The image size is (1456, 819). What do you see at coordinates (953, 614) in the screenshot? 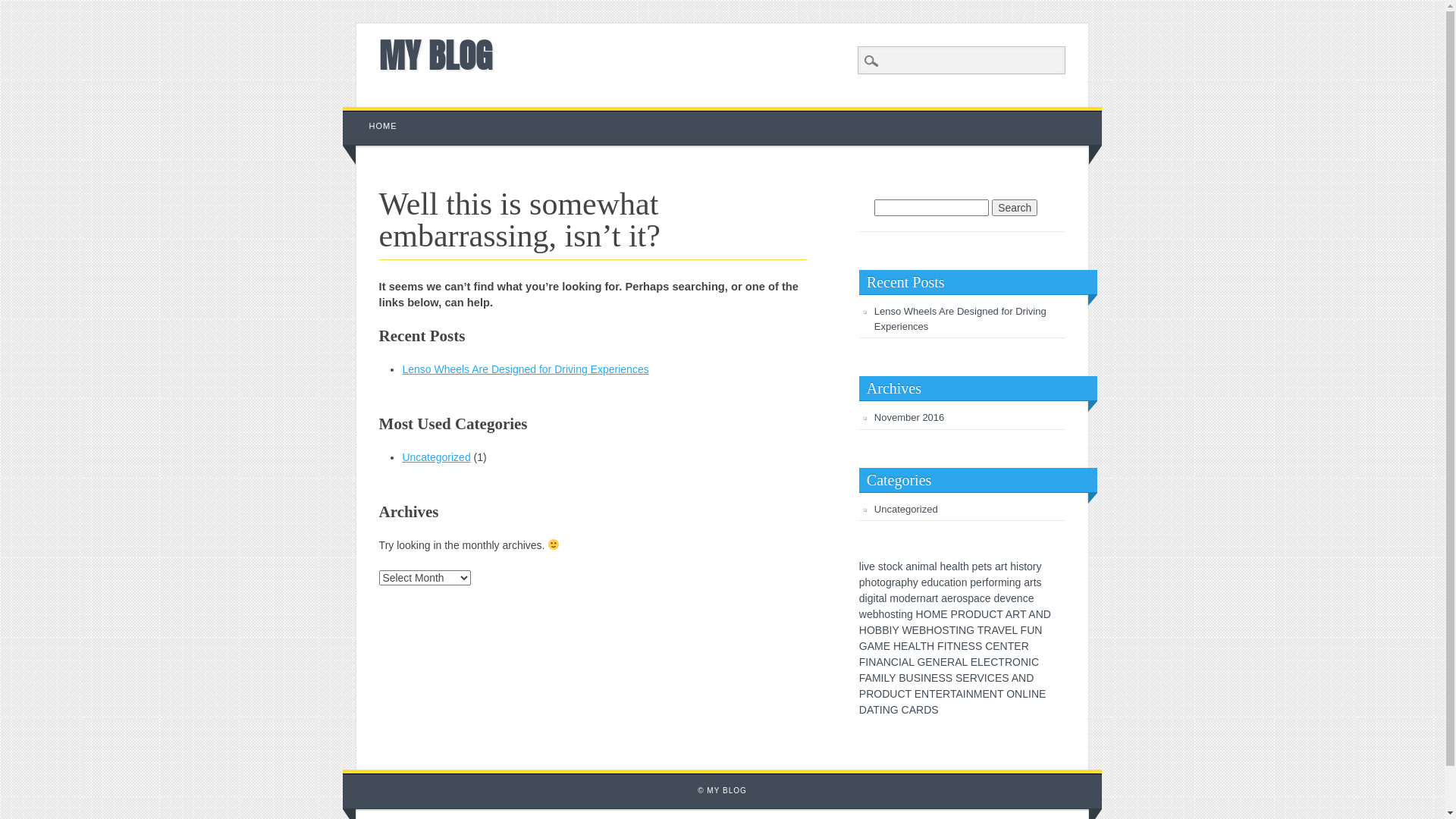
I see `'P'` at bounding box center [953, 614].